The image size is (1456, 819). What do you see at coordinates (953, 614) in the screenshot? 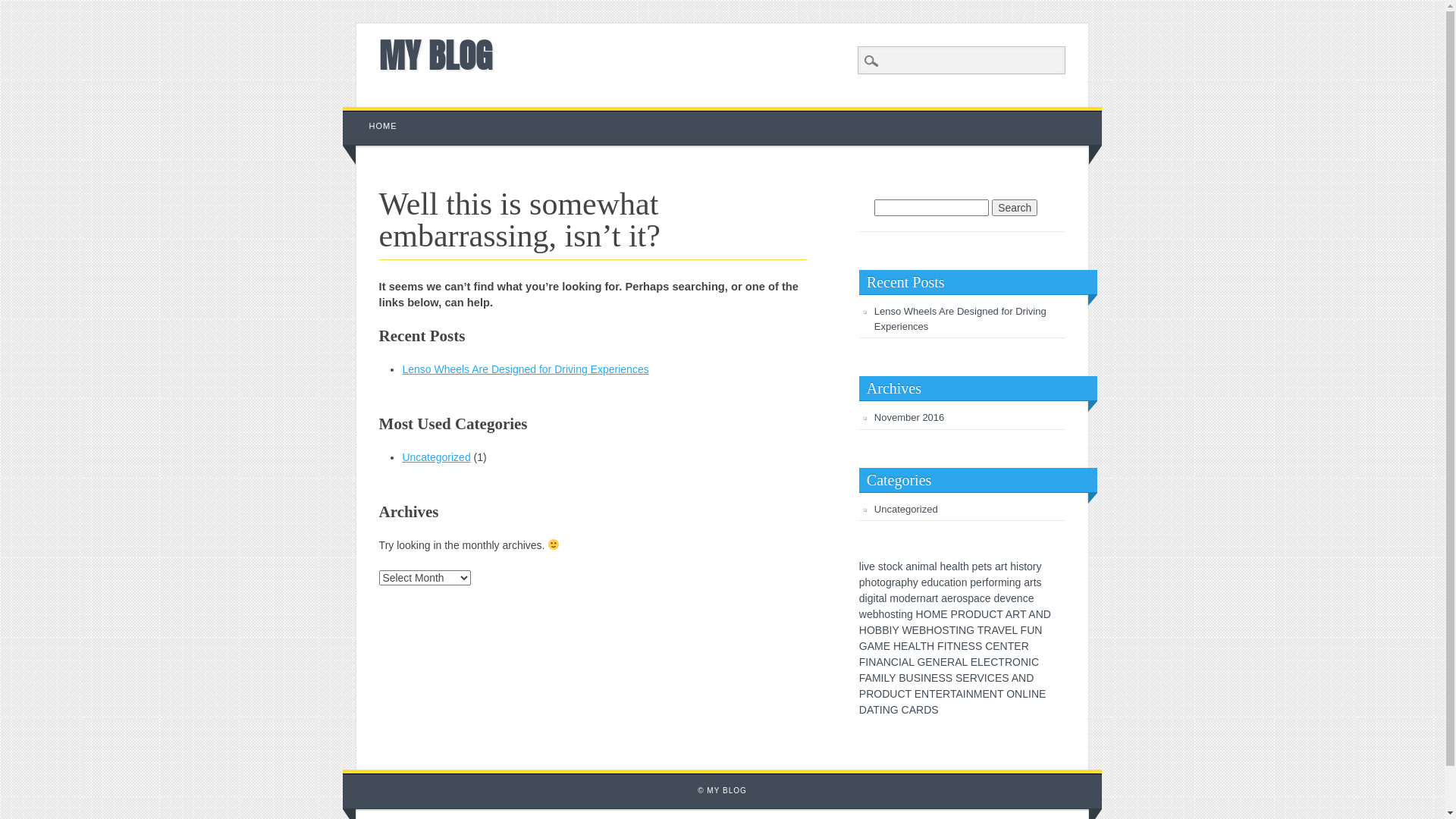
I see `'P'` at bounding box center [953, 614].